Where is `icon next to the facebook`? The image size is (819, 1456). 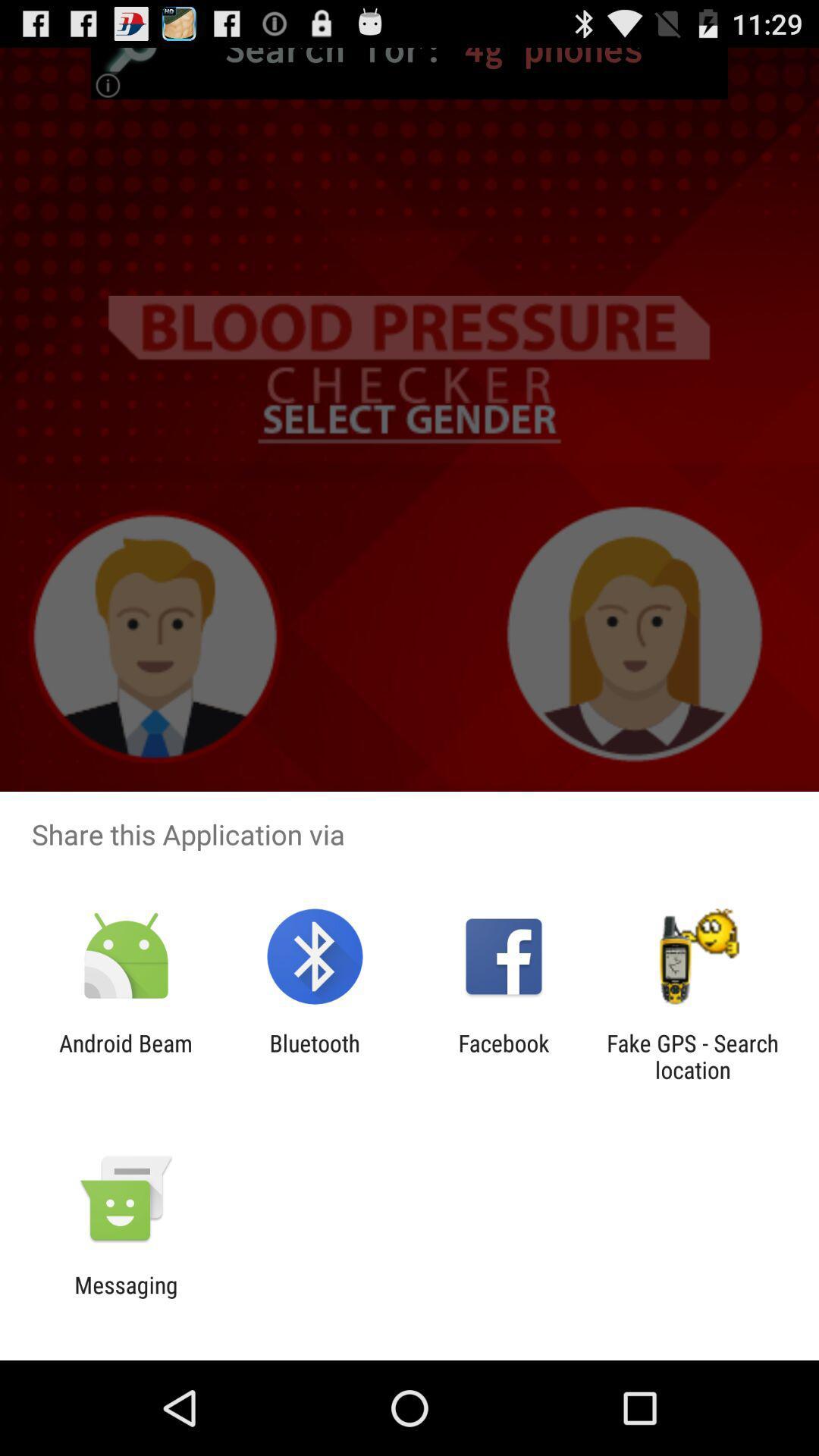
icon next to the facebook is located at coordinates (692, 1056).